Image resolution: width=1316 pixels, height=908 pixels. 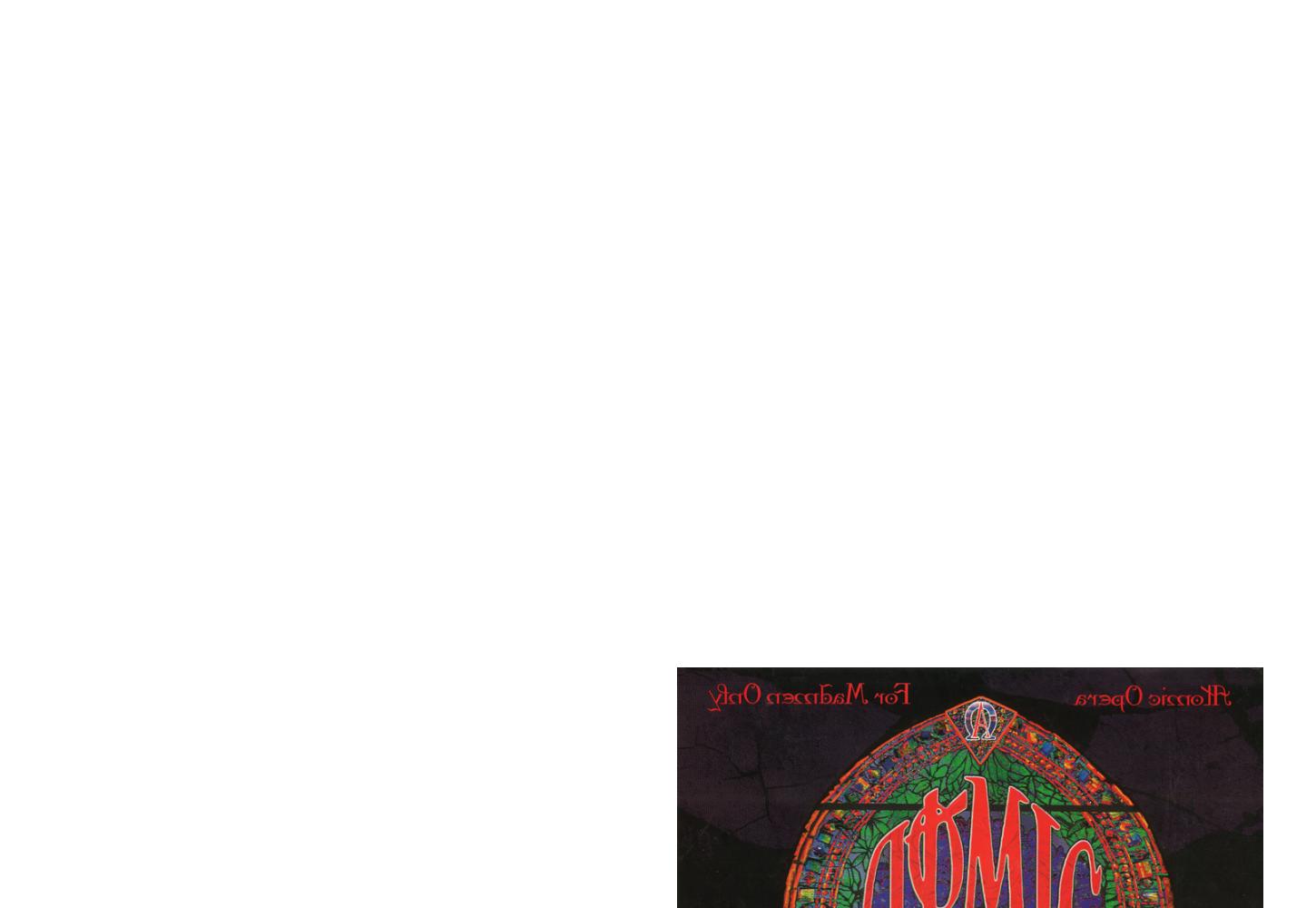 What do you see at coordinates (241, 803) in the screenshot?
I see `'Joyride'` at bounding box center [241, 803].